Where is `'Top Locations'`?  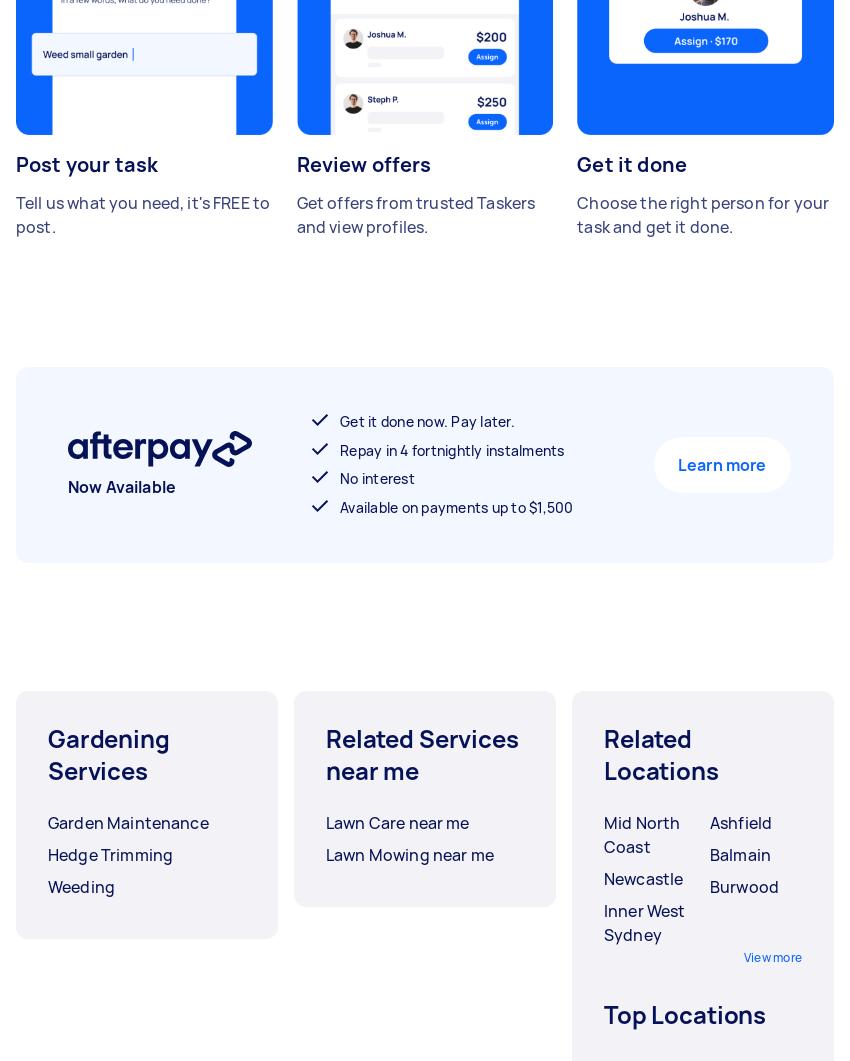
'Top Locations' is located at coordinates (603, 1012).